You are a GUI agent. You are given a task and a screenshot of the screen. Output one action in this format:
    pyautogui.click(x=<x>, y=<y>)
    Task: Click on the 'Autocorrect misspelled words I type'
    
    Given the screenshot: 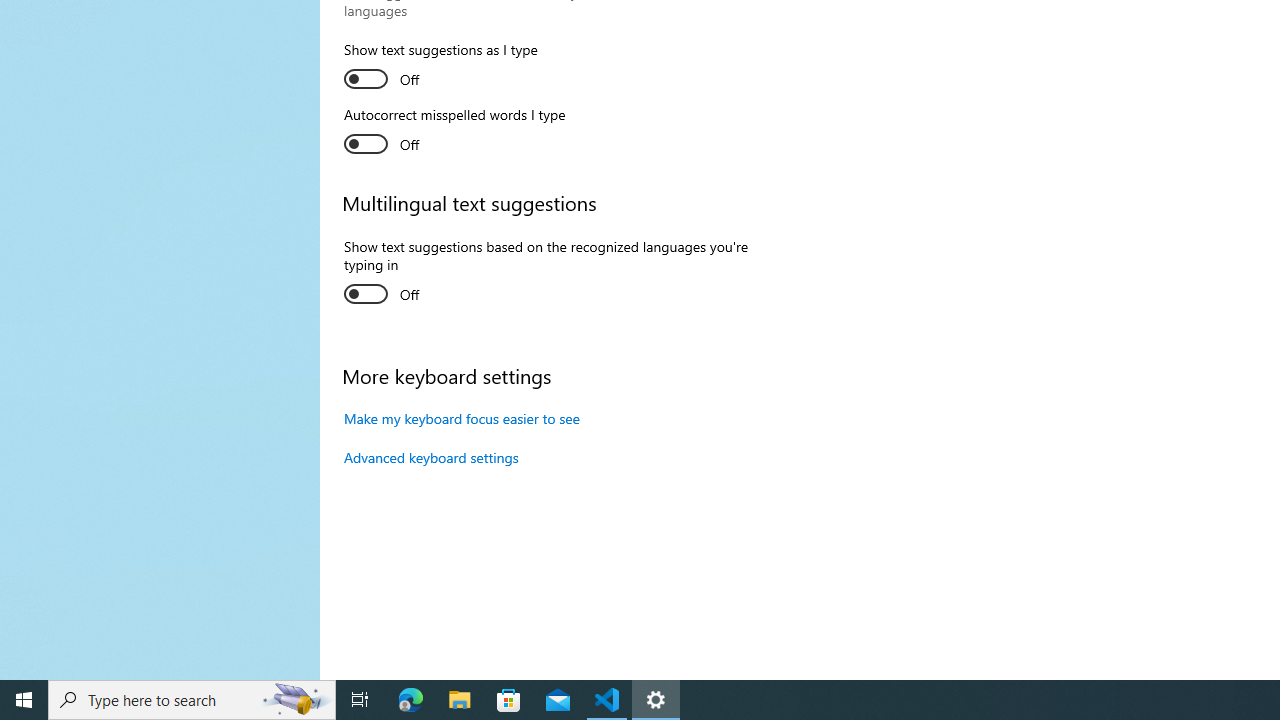 What is the action you would take?
    pyautogui.click(x=454, y=132)
    